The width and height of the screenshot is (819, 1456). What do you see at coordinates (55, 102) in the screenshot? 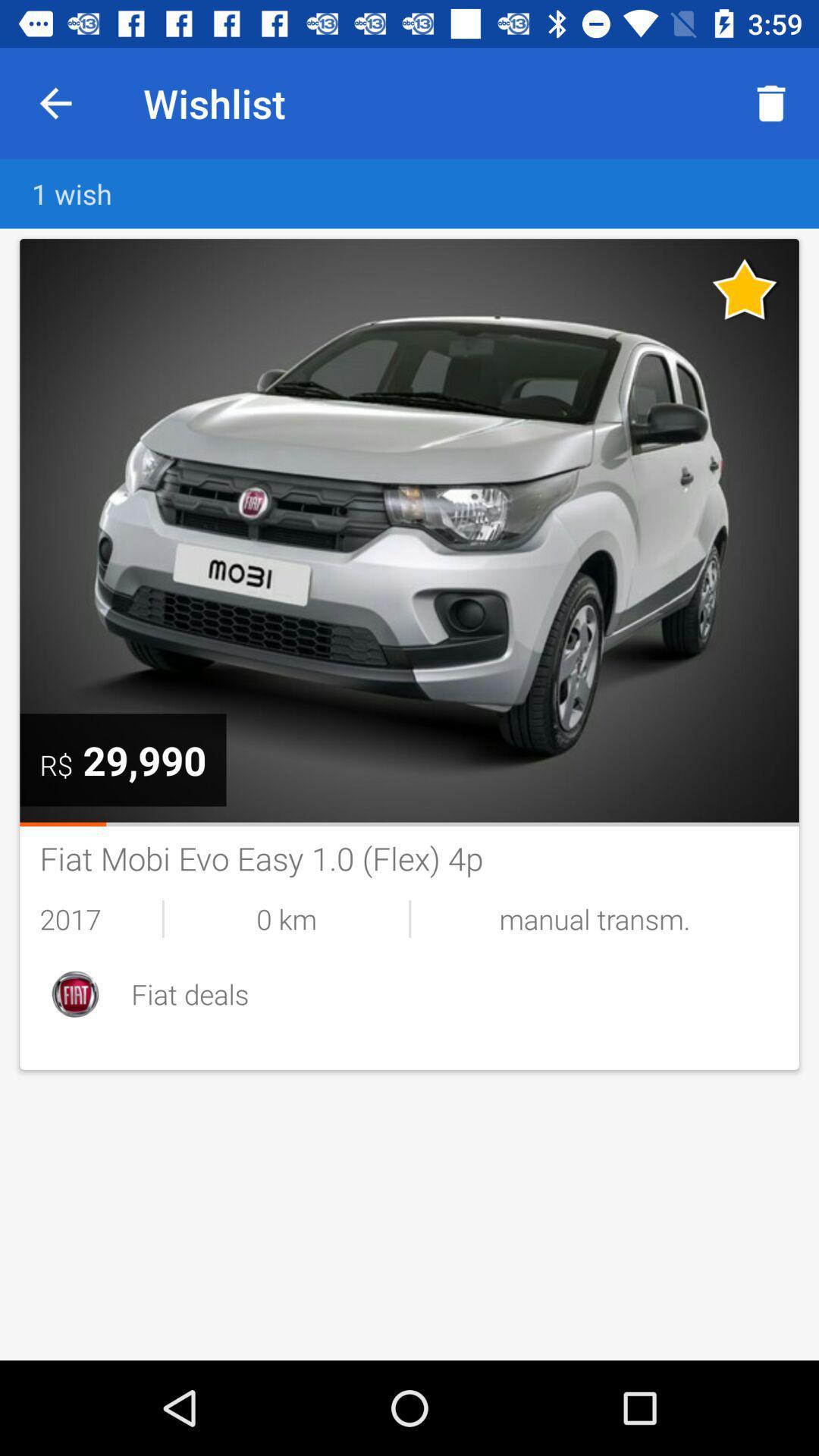
I see `the icon next to wishlist icon` at bounding box center [55, 102].